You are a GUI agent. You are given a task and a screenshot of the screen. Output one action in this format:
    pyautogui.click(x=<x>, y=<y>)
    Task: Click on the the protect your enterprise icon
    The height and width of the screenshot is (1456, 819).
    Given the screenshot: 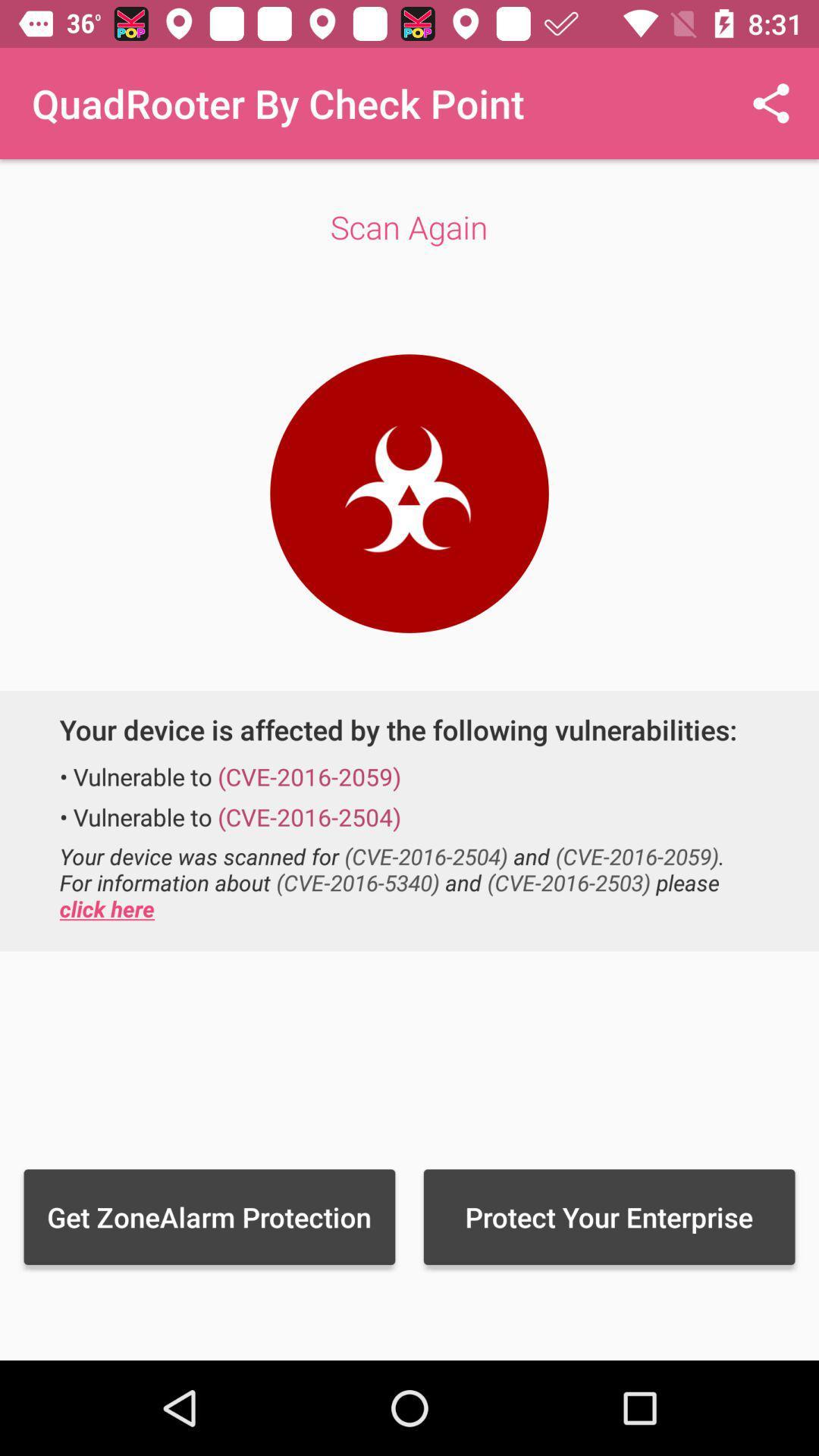 What is the action you would take?
    pyautogui.click(x=608, y=1216)
    